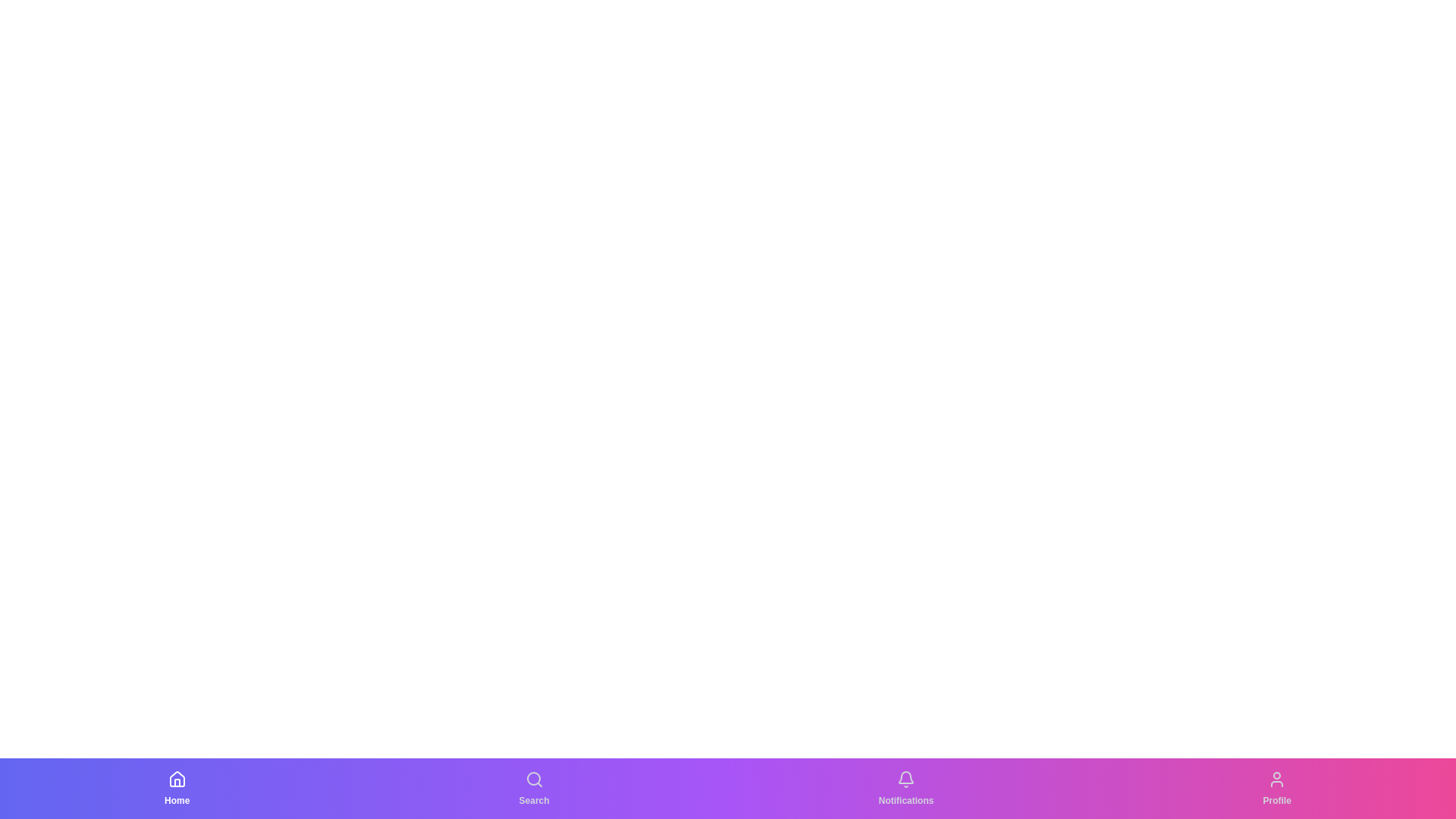 The height and width of the screenshot is (819, 1456). Describe the element at coordinates (1276, 788) in the screenshot. I see `the Profile tab to navigate to its section` at that location.